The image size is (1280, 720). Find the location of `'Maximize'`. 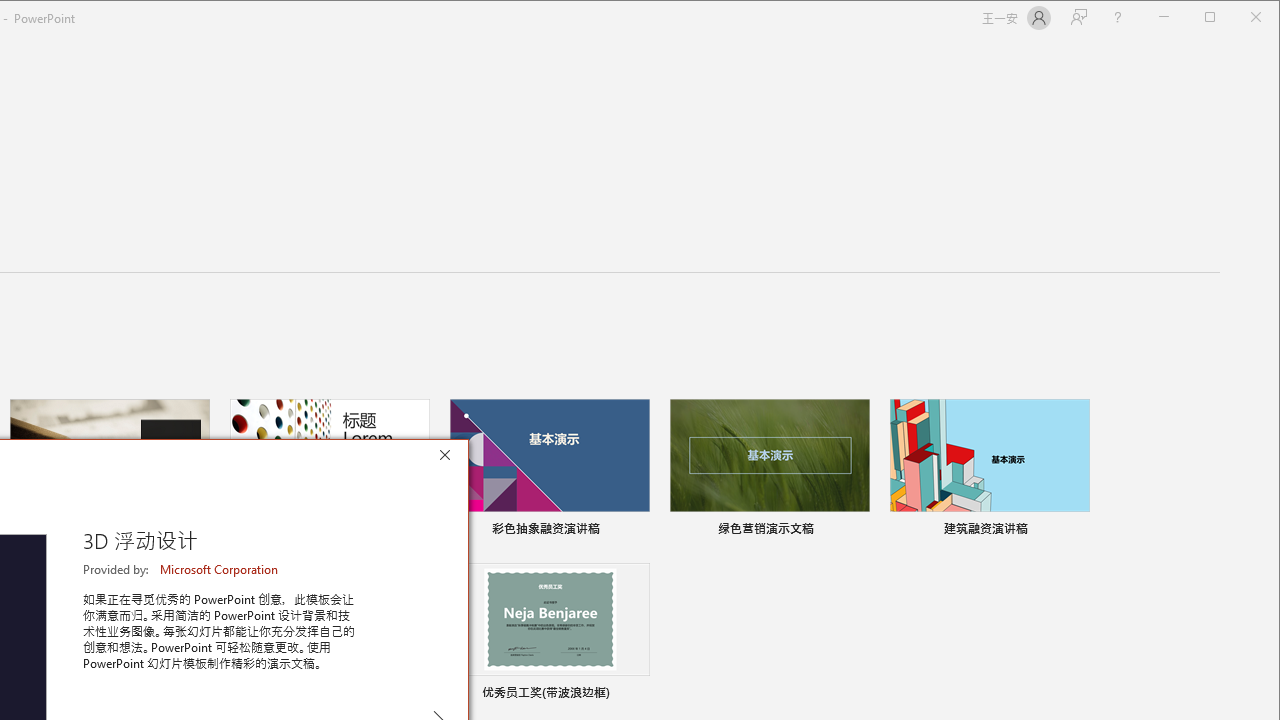

'Maximize' is located at coordinates (1238, 19).